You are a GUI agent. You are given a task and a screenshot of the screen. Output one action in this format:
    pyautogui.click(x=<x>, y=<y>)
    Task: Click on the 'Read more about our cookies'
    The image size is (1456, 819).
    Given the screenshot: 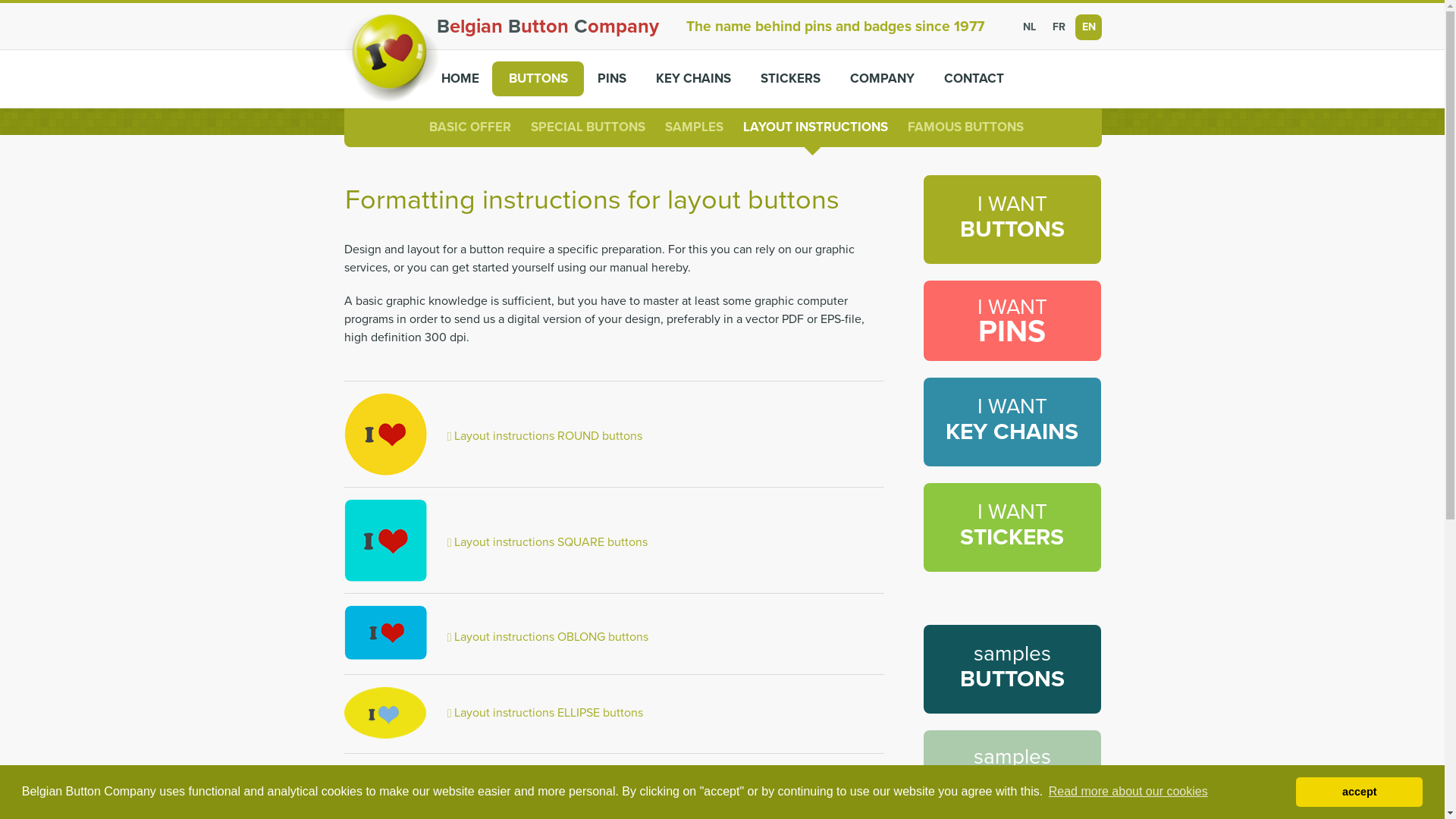 What is the action you would take?
    pyautogui.click(x=1128, y=791)
    